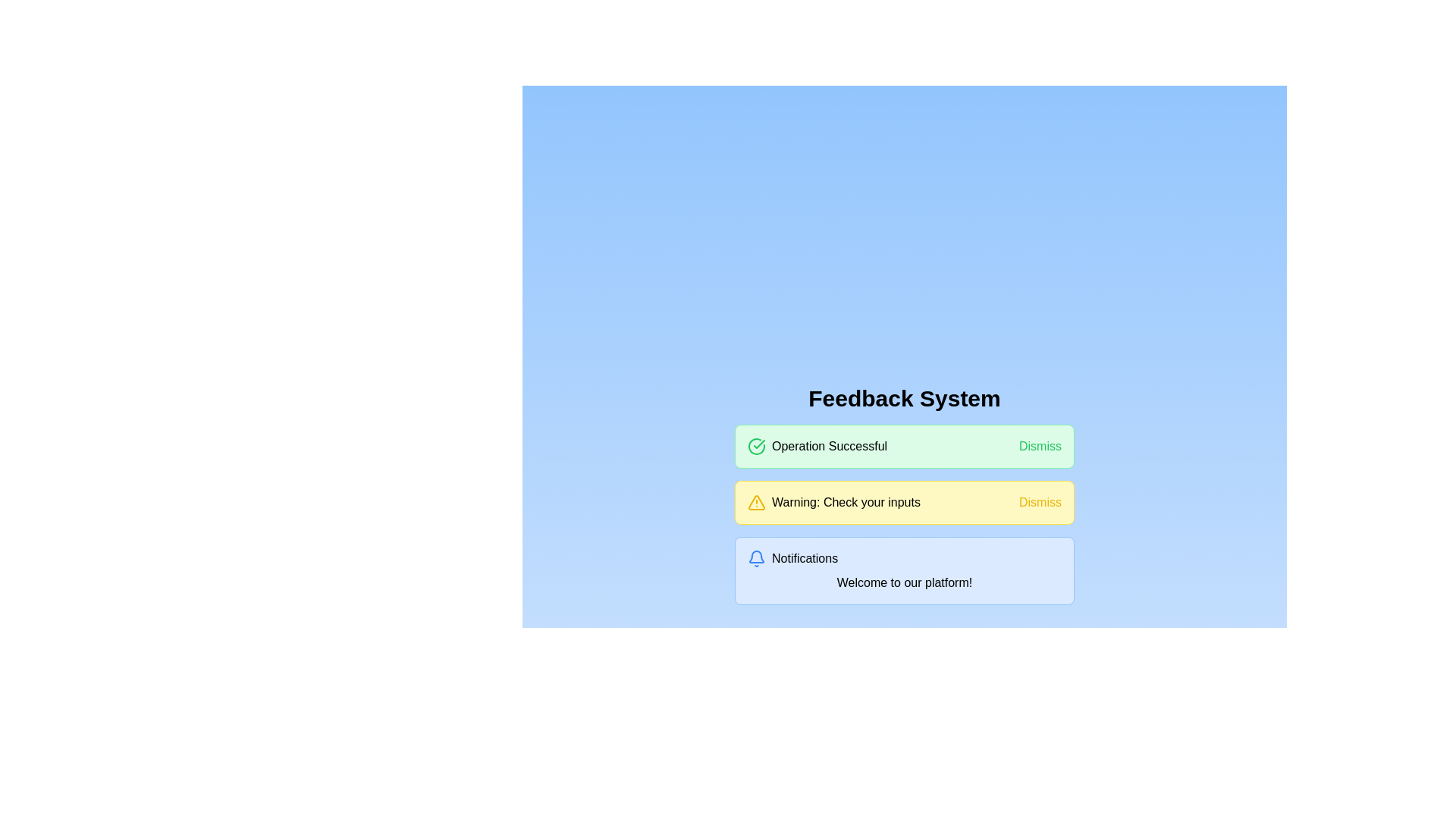  What do you see at coordinates (757, 557) in the screenshot?
I see `the notification bell icon with a blue stroke color located to the left of the textual notification label inside the notification box` at bounding box center [757, 557].